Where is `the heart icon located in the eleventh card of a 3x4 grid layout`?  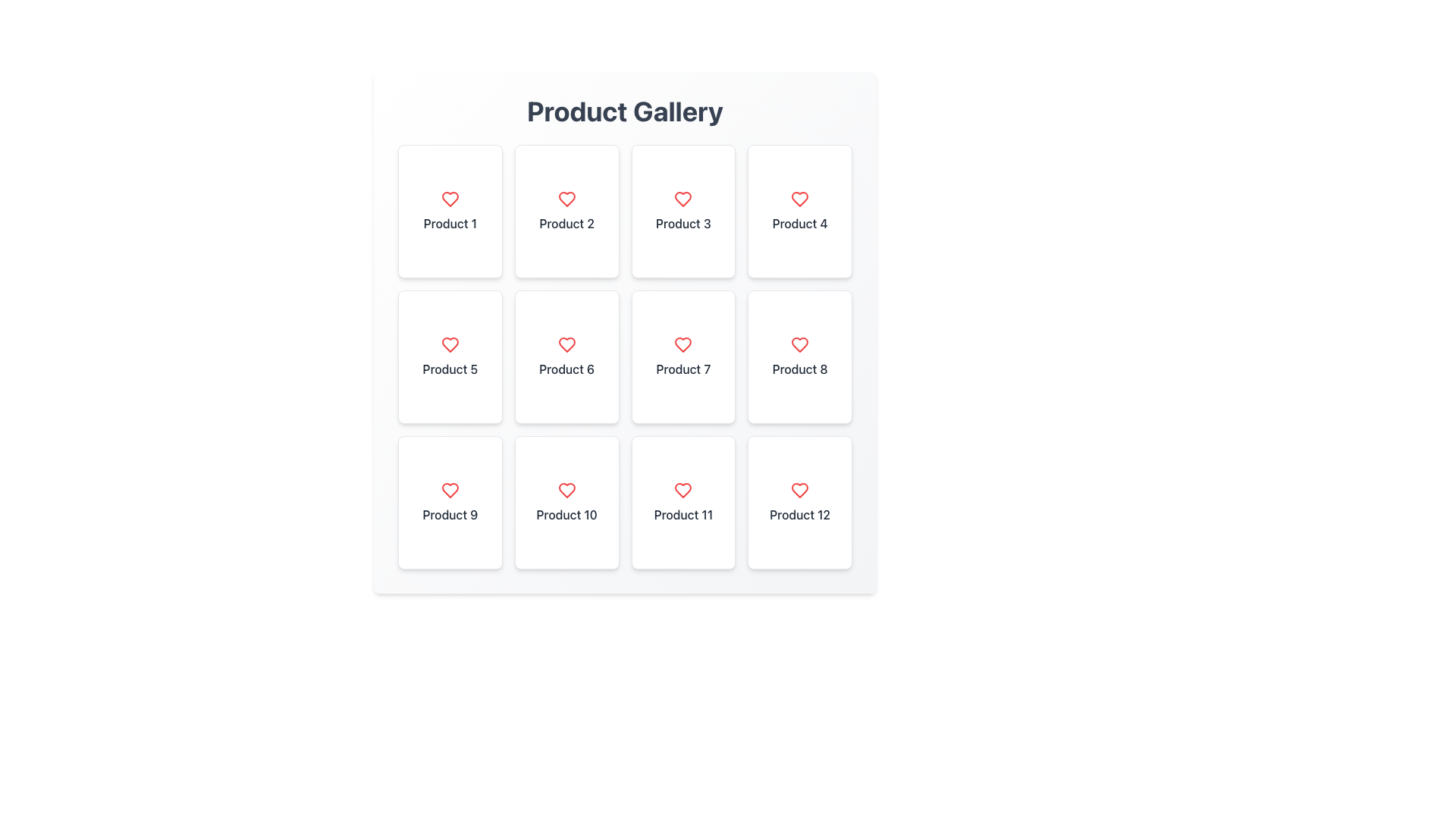 the heart icon located in the eleventh card of a 3x4 grid layout is located at coordinates (682, 491).